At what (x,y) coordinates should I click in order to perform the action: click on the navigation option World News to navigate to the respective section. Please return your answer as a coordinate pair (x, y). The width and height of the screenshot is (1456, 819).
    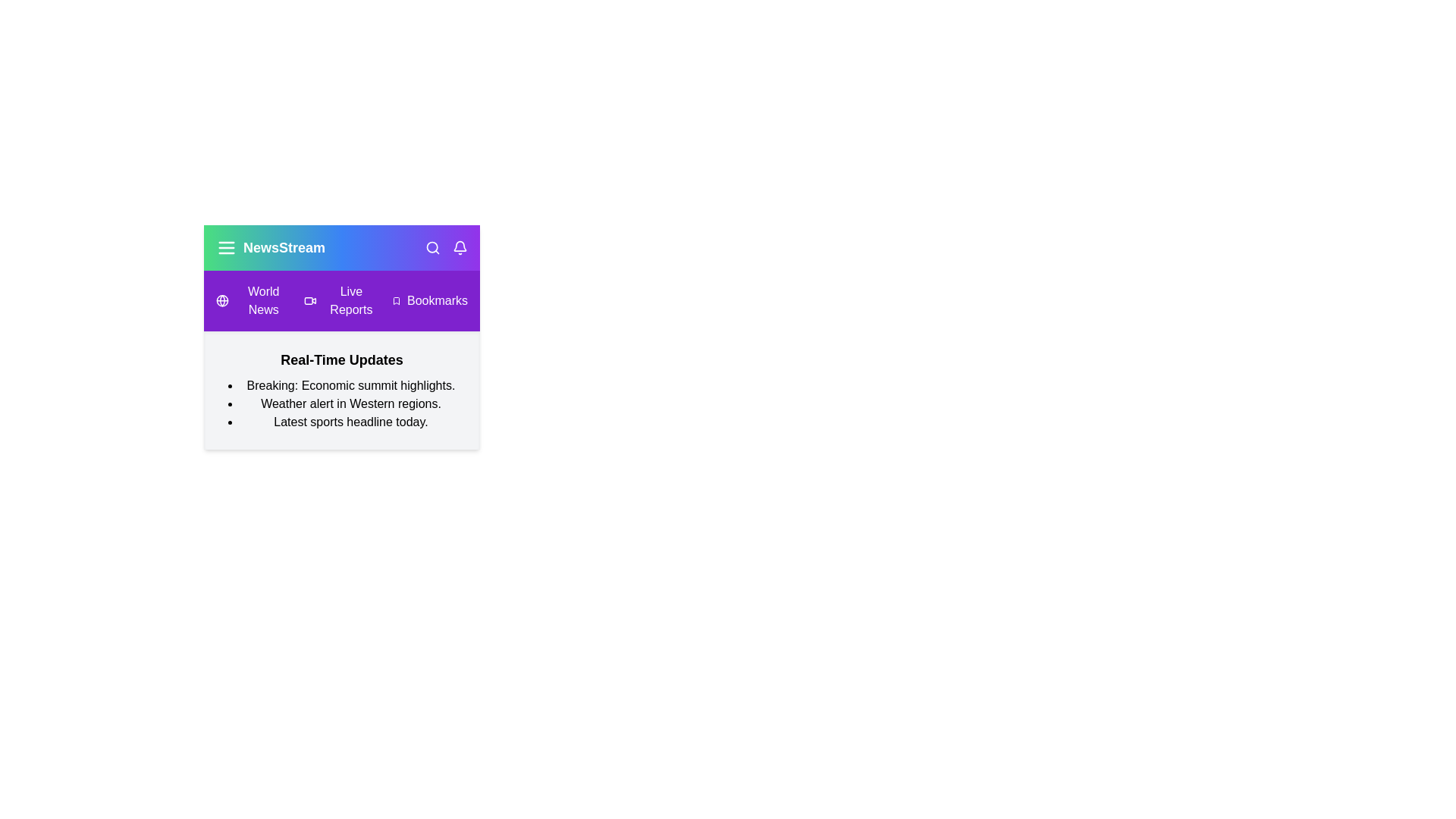
    Looking at the image, I should click on (254, 301).